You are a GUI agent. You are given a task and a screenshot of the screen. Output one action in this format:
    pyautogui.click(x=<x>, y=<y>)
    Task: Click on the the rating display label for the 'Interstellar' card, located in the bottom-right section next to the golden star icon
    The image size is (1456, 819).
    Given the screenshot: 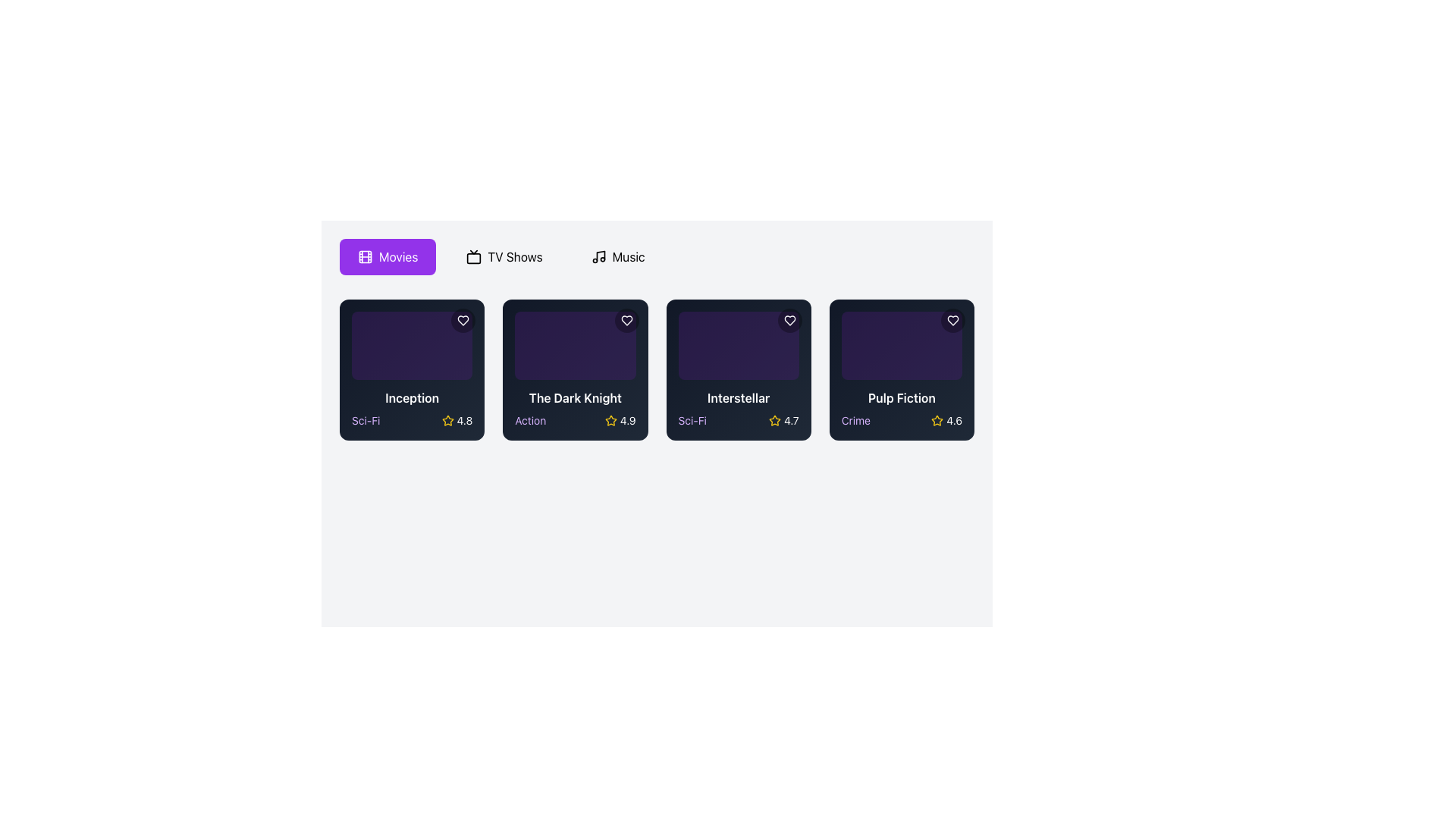 What is the action you would take?
    pyautogui.click(x=790, y=420)
    